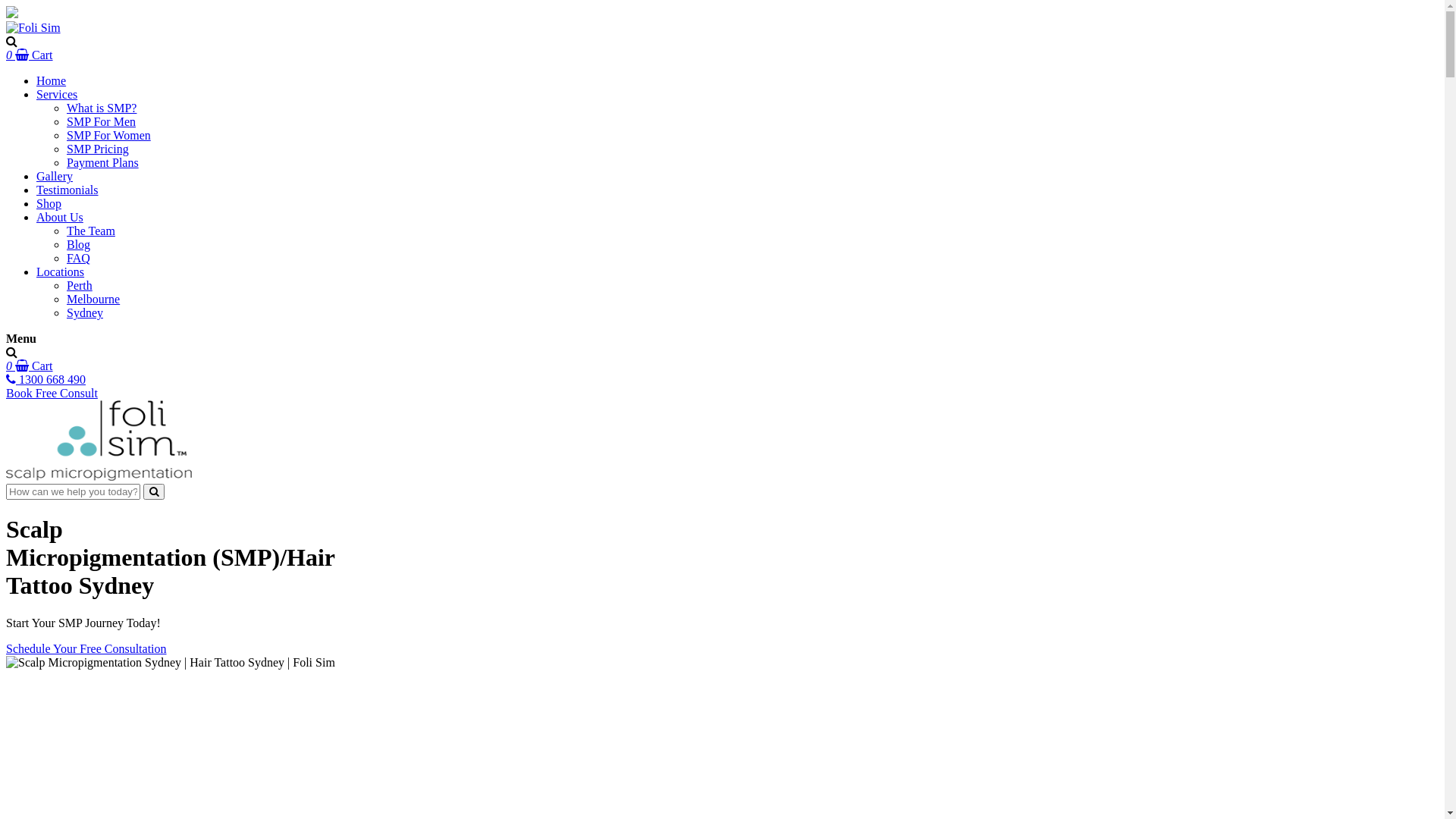 This screenshot has width=1456, height=819. I want to click on 'SMP For Men', so click(100, 121).